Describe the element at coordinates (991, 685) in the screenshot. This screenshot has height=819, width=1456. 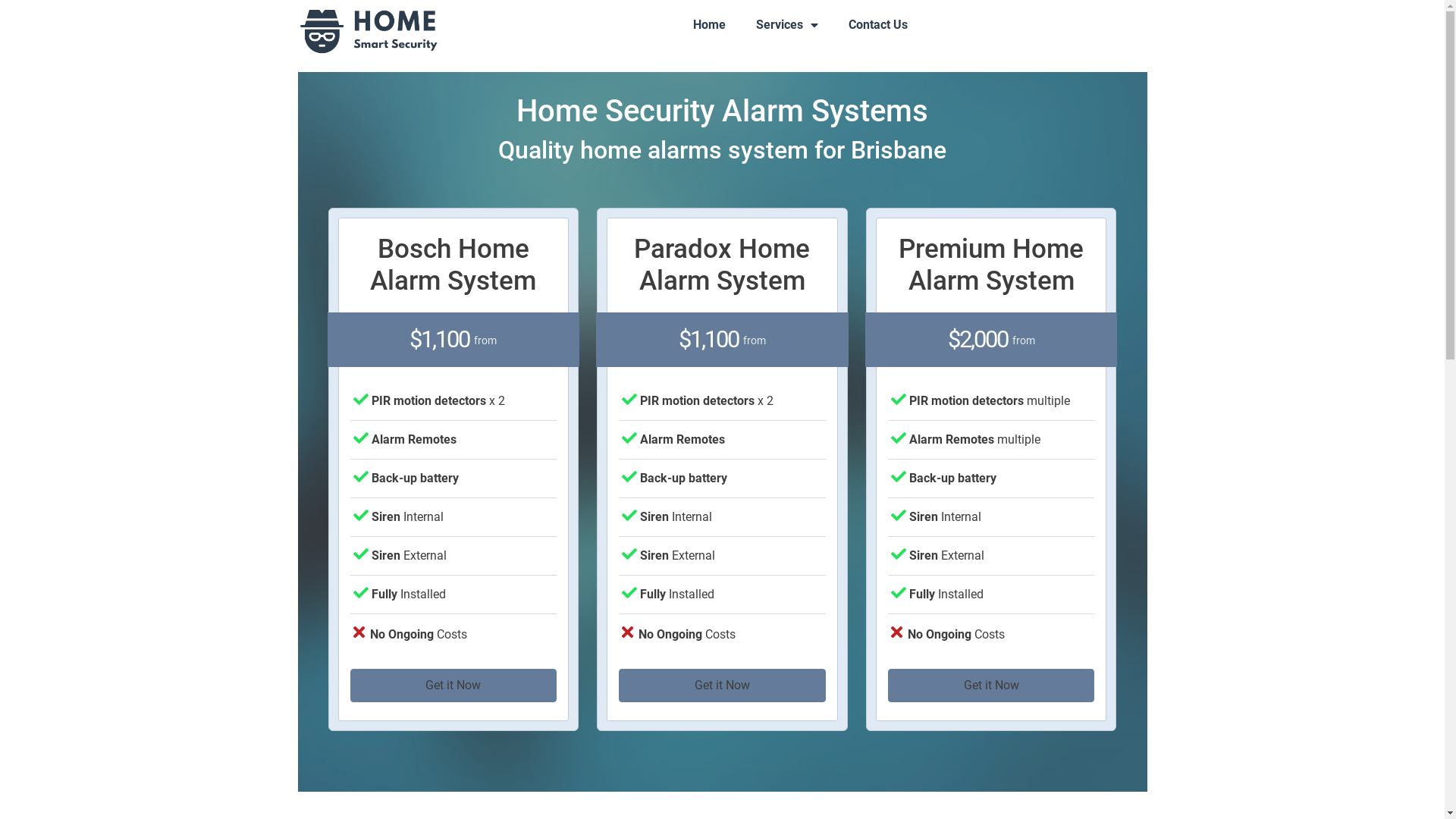
I see `'Get it Now'` at that location.